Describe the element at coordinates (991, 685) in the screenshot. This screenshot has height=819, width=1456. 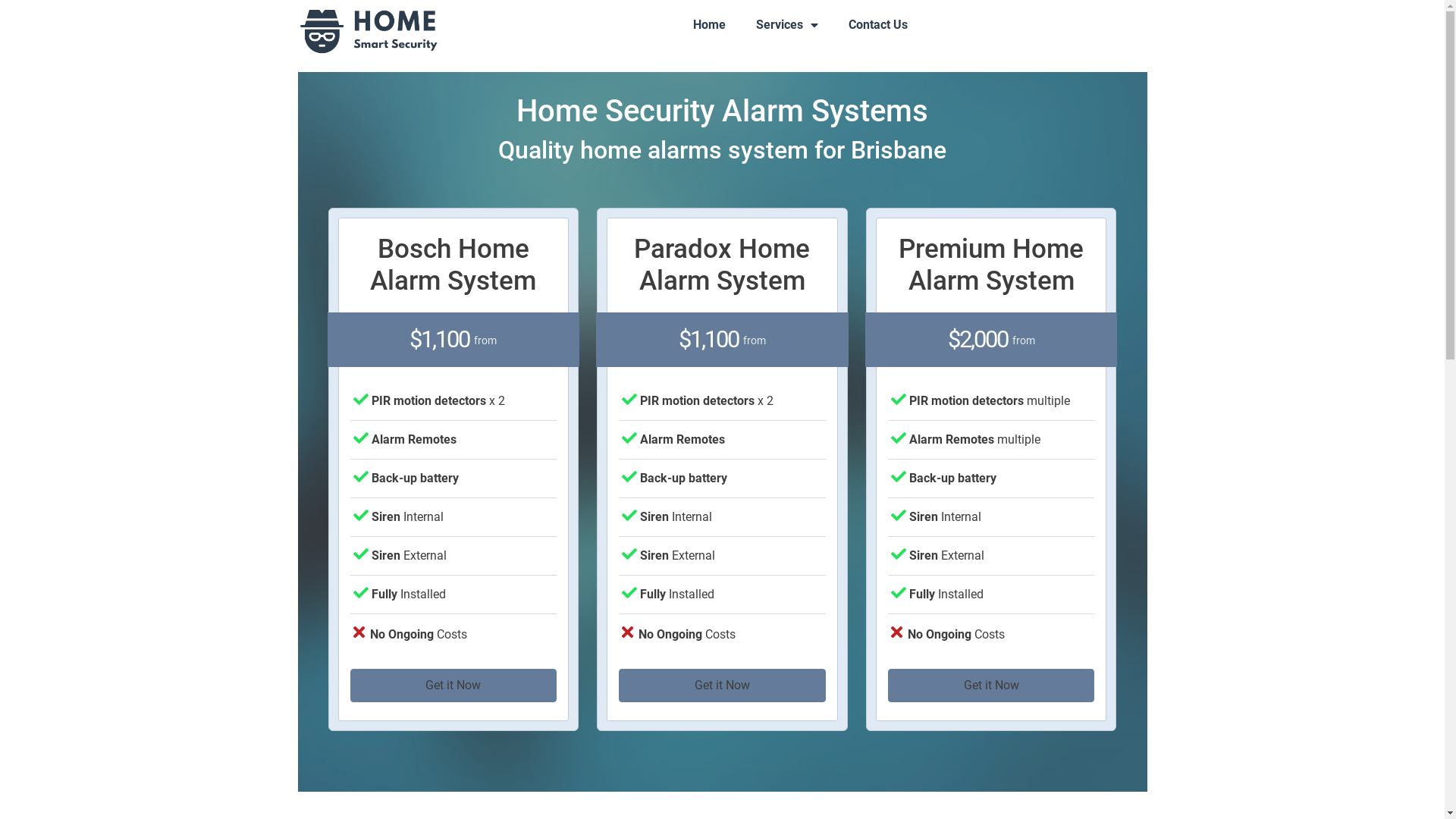
I see `'Get it Now'` at that location.